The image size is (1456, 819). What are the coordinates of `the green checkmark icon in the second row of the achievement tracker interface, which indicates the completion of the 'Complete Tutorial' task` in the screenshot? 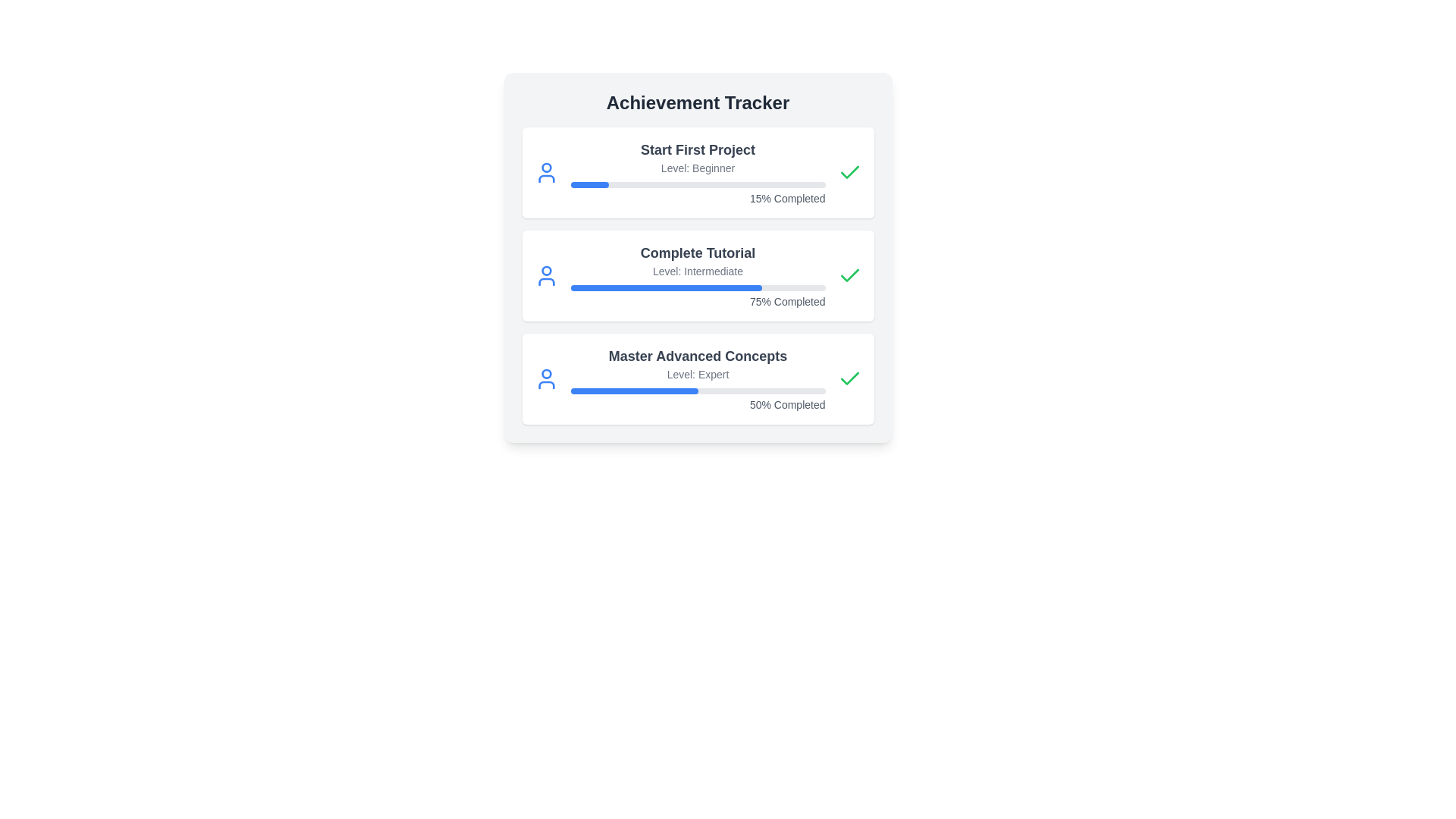 It's located at (849, 275).